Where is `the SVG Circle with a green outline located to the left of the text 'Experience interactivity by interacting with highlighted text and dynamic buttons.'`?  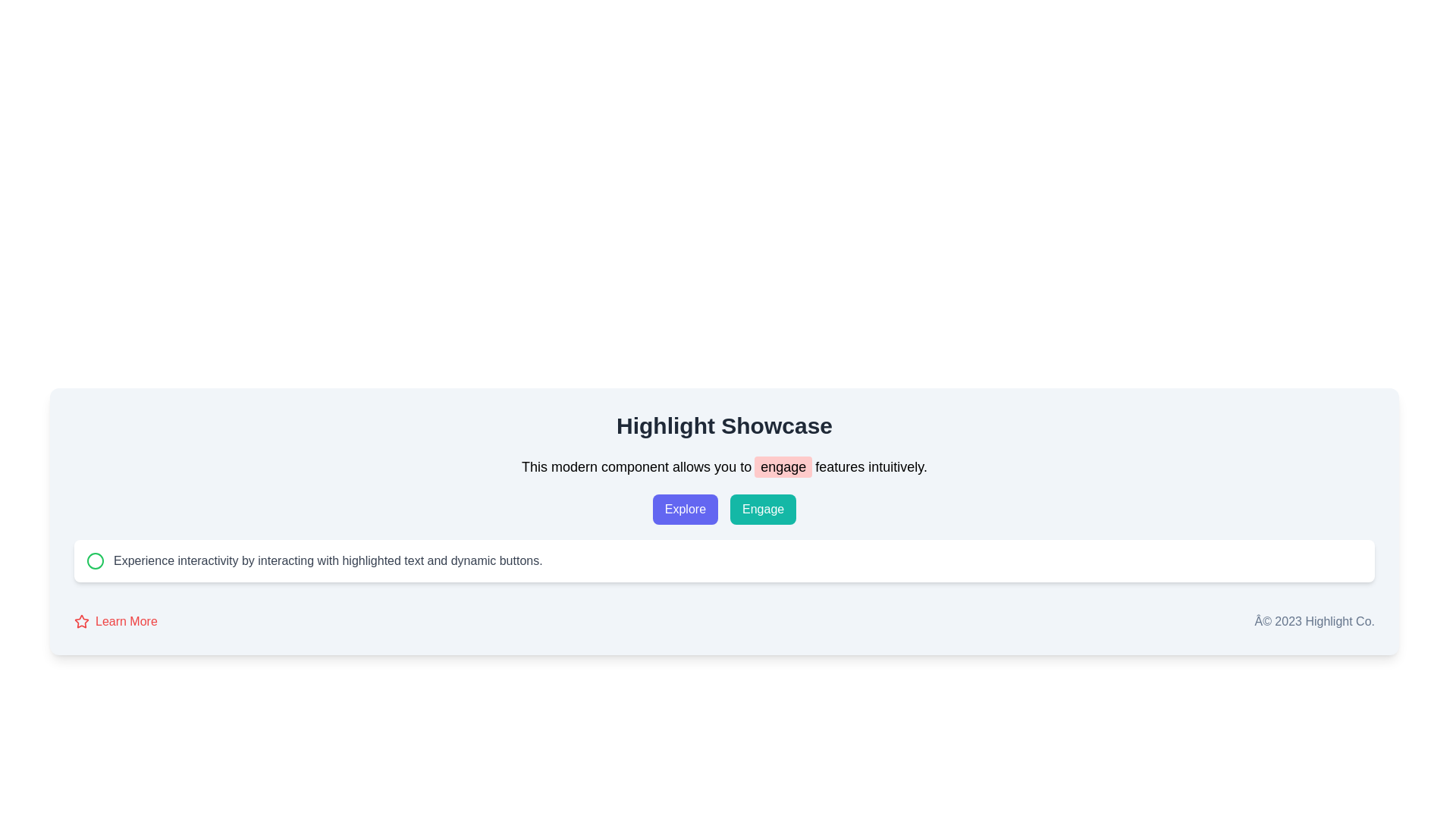
the SVG Circle with a green outline located to the left of the text 'Experience interactivity by interacting with highlighted text and dynamic buttons.' is located at coordinates (94, 561).